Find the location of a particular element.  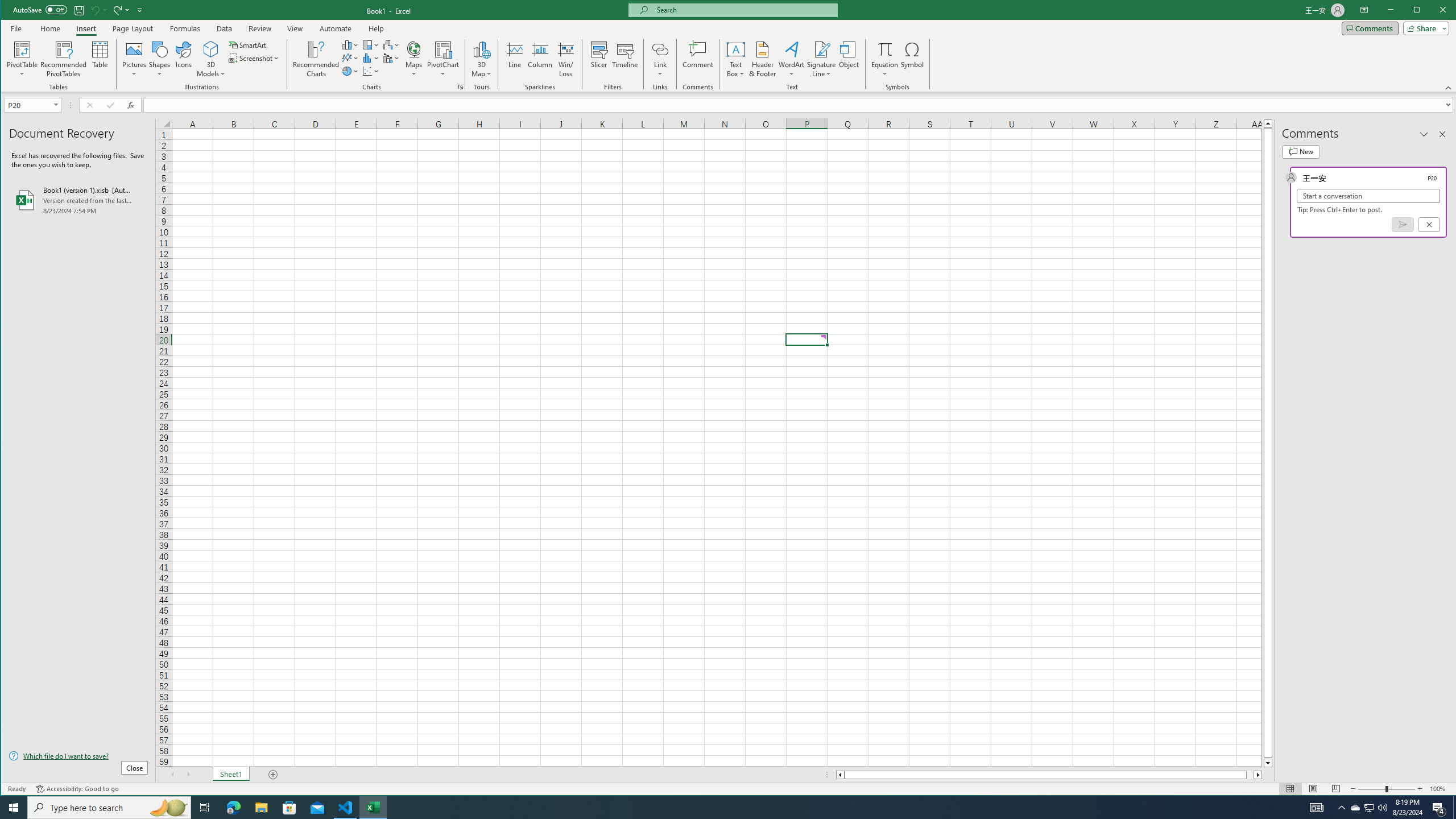

'Visual Studio Code - 1 running window' is located at coordinates (345, 806).